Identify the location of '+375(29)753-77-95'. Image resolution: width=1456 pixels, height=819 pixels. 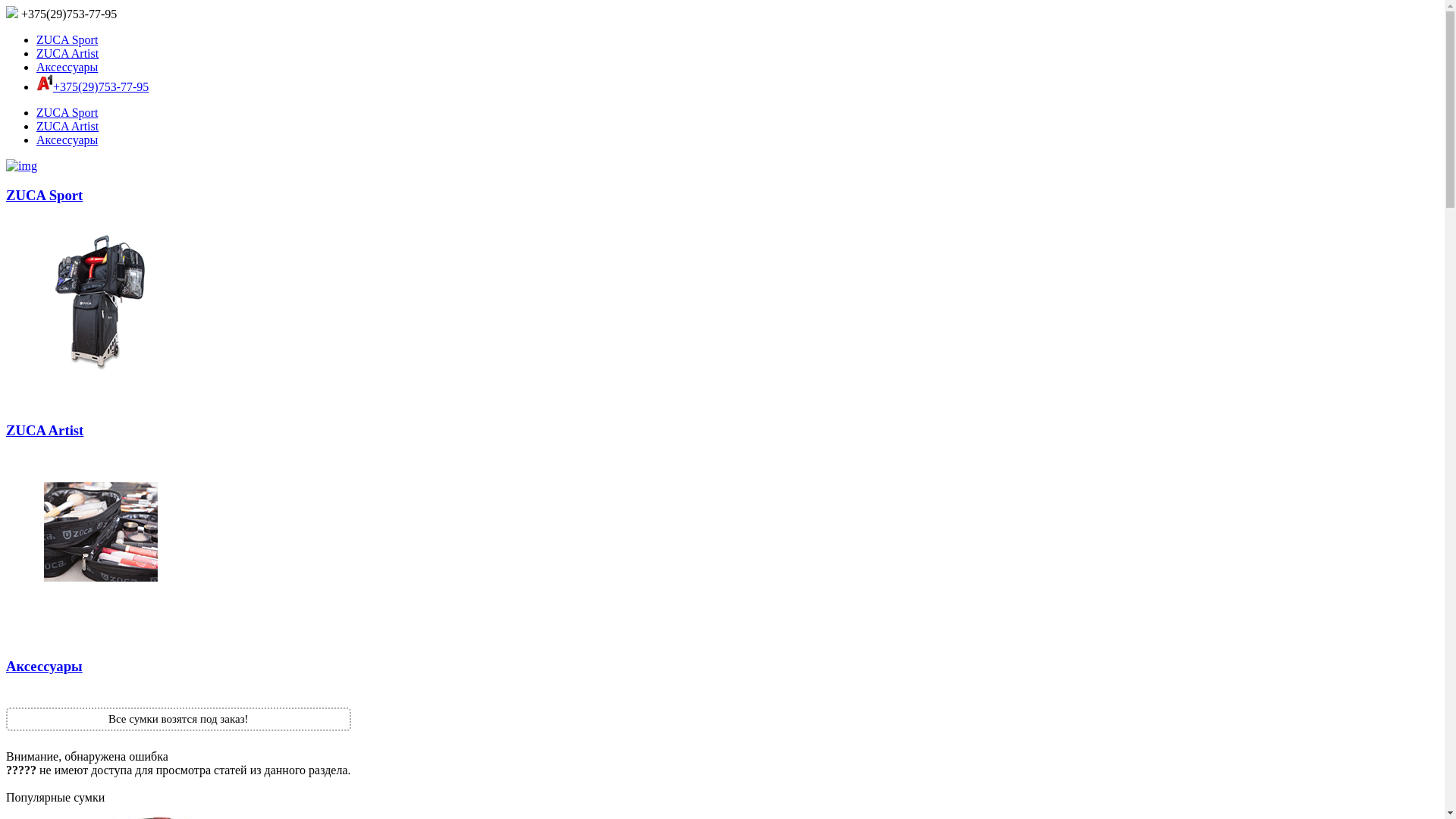
(61, 14).